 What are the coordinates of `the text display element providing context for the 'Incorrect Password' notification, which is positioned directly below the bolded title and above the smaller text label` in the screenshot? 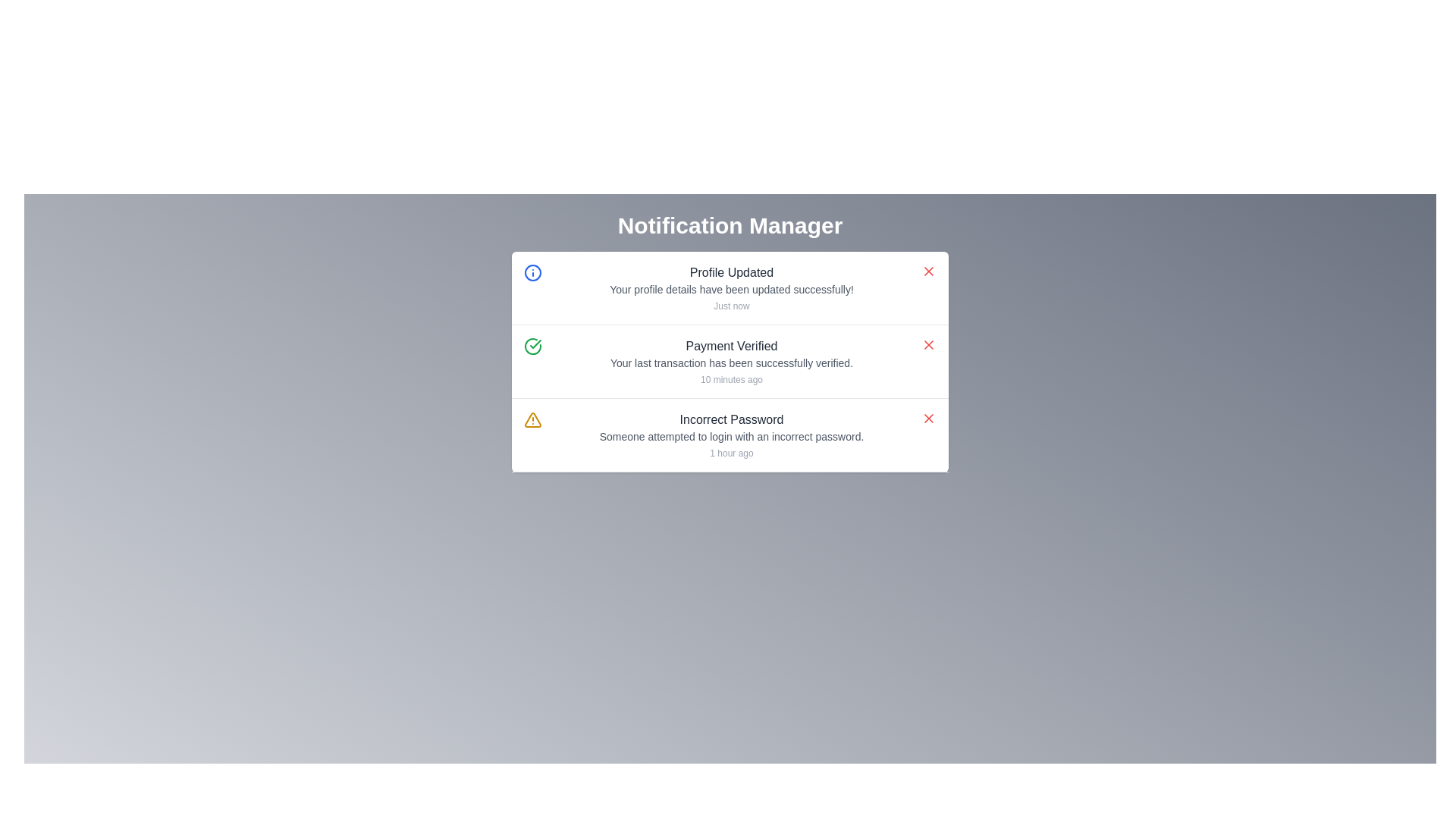 It's located at (731, 436).